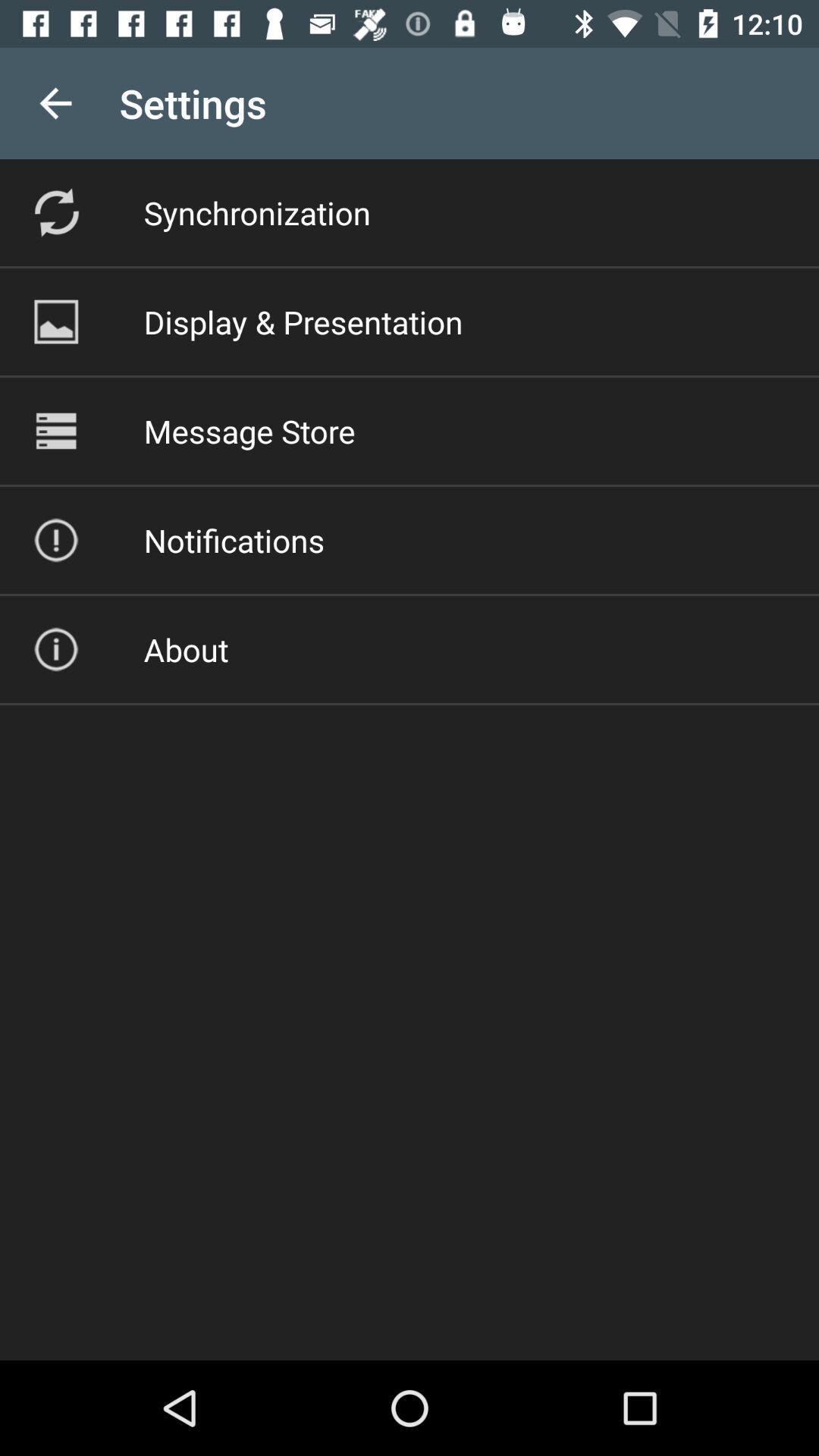  What do you see at coordinates (303, 321) in the screenshot?
I see `the icon above the message store item` at bounding box center [303, 321].